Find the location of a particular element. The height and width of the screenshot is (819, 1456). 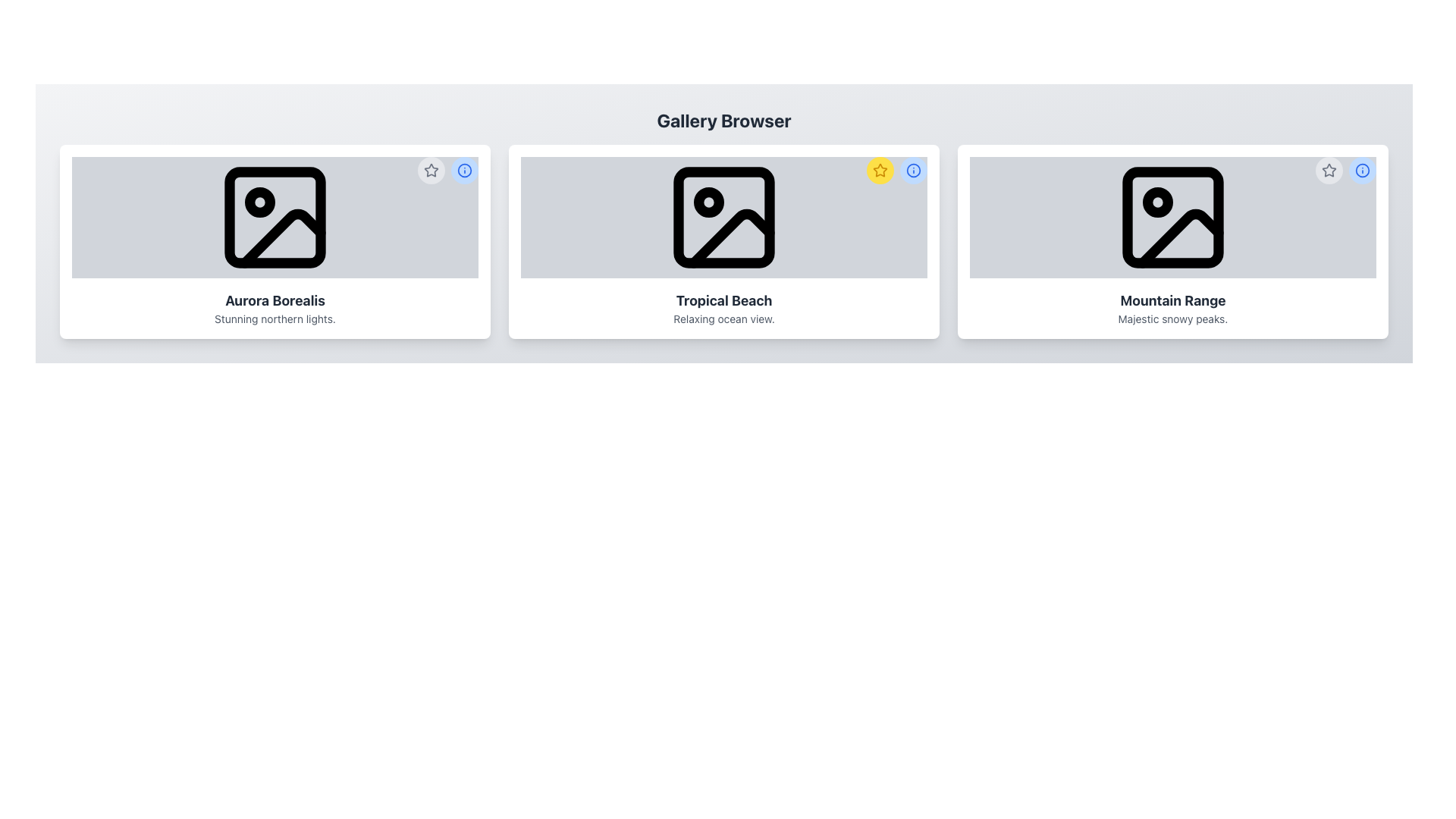

the informational indicator icon located at the top right corner of the 'Tropical Beach' card, next to the yellow star icon is located at coordinates (912, 170).